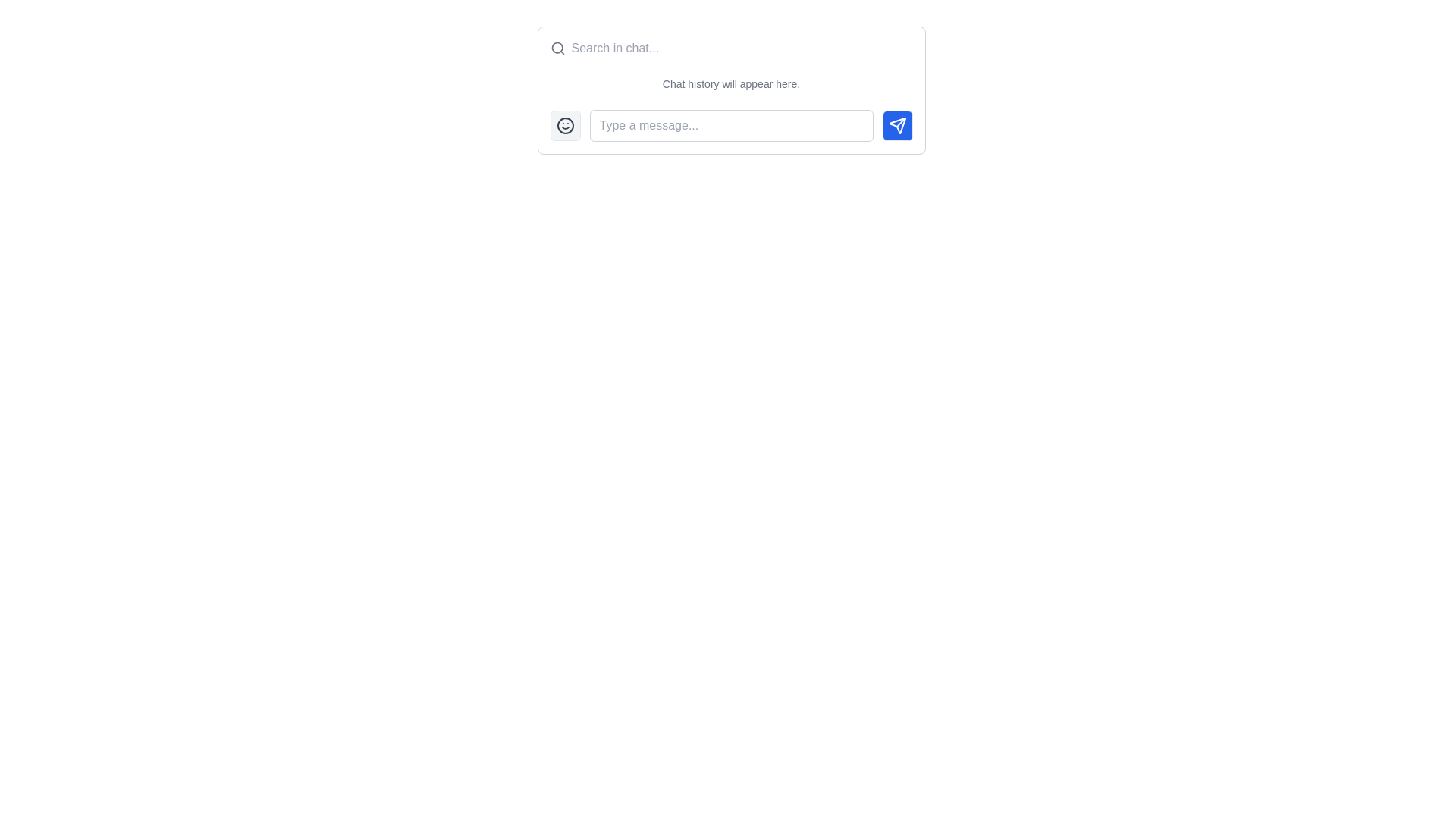  Describe the element at coordinates (556, 47) in the screenshot. I see `the central circle of the magnifying glass icon, which visually indicates search functionality, located to the left of the placeholder text 'Search in chat...'` at that location.